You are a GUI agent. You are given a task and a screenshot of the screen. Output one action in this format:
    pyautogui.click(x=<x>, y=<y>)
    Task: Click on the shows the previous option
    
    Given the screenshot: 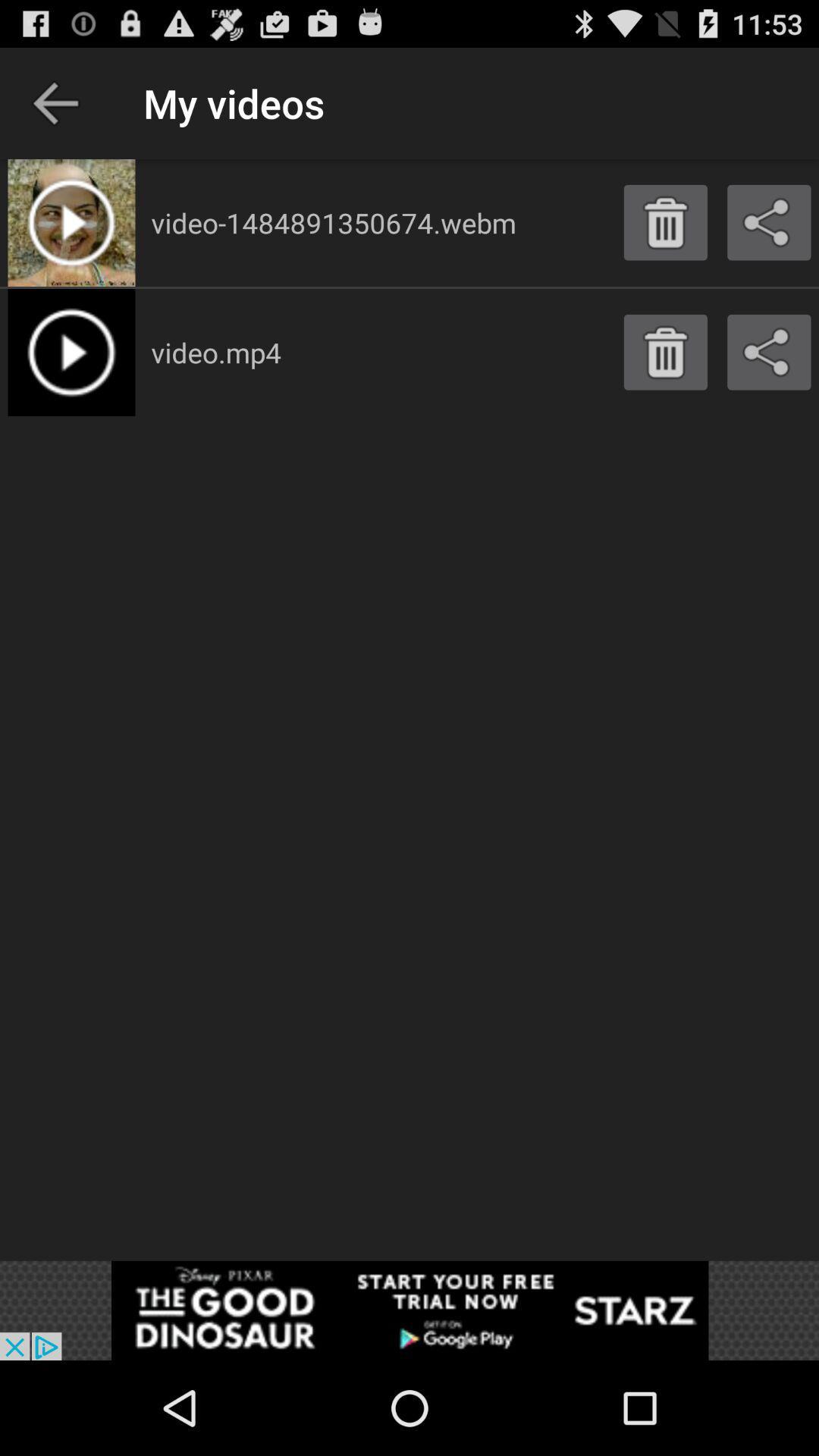 What is the action you would take?
    pyautogui.click(x=55, y=102)
    